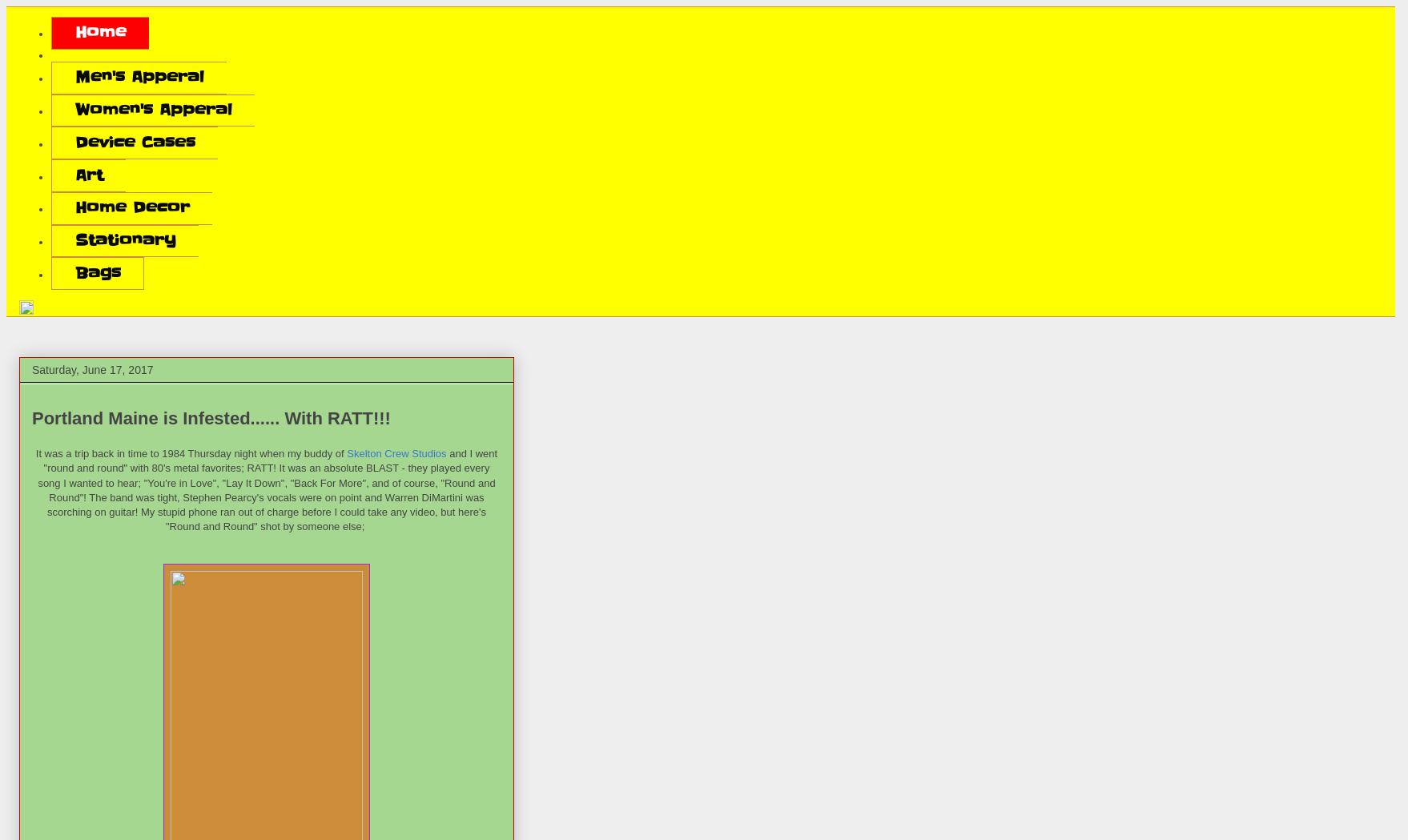 This screenshot has height=840, width=1408. I want to click on 'It was a trip back in time to 1984 Thursday night when my buddy  of', so click(34, 452).